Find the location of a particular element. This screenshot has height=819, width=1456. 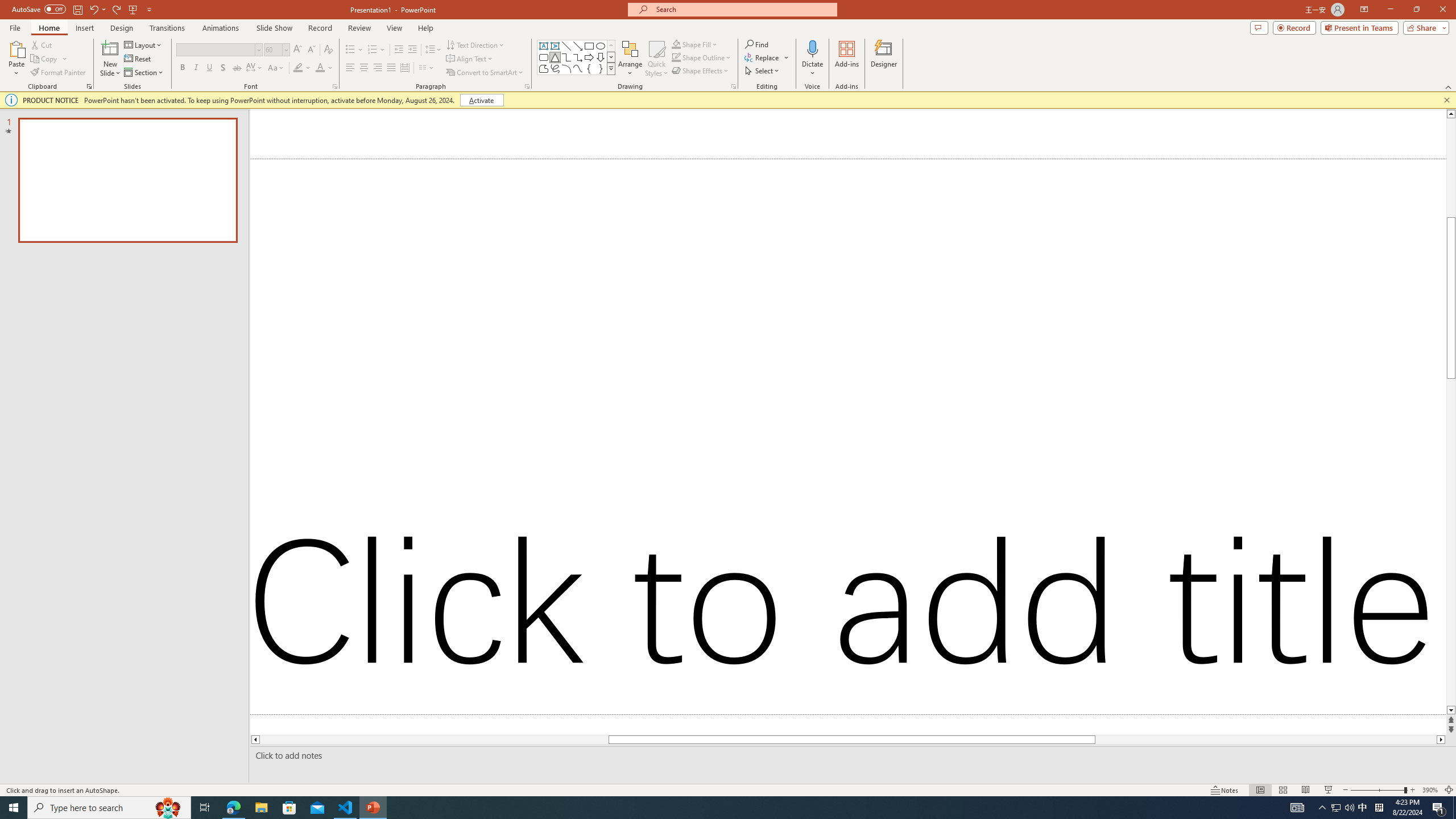

'Columns' is located at coordinates (427, 67).